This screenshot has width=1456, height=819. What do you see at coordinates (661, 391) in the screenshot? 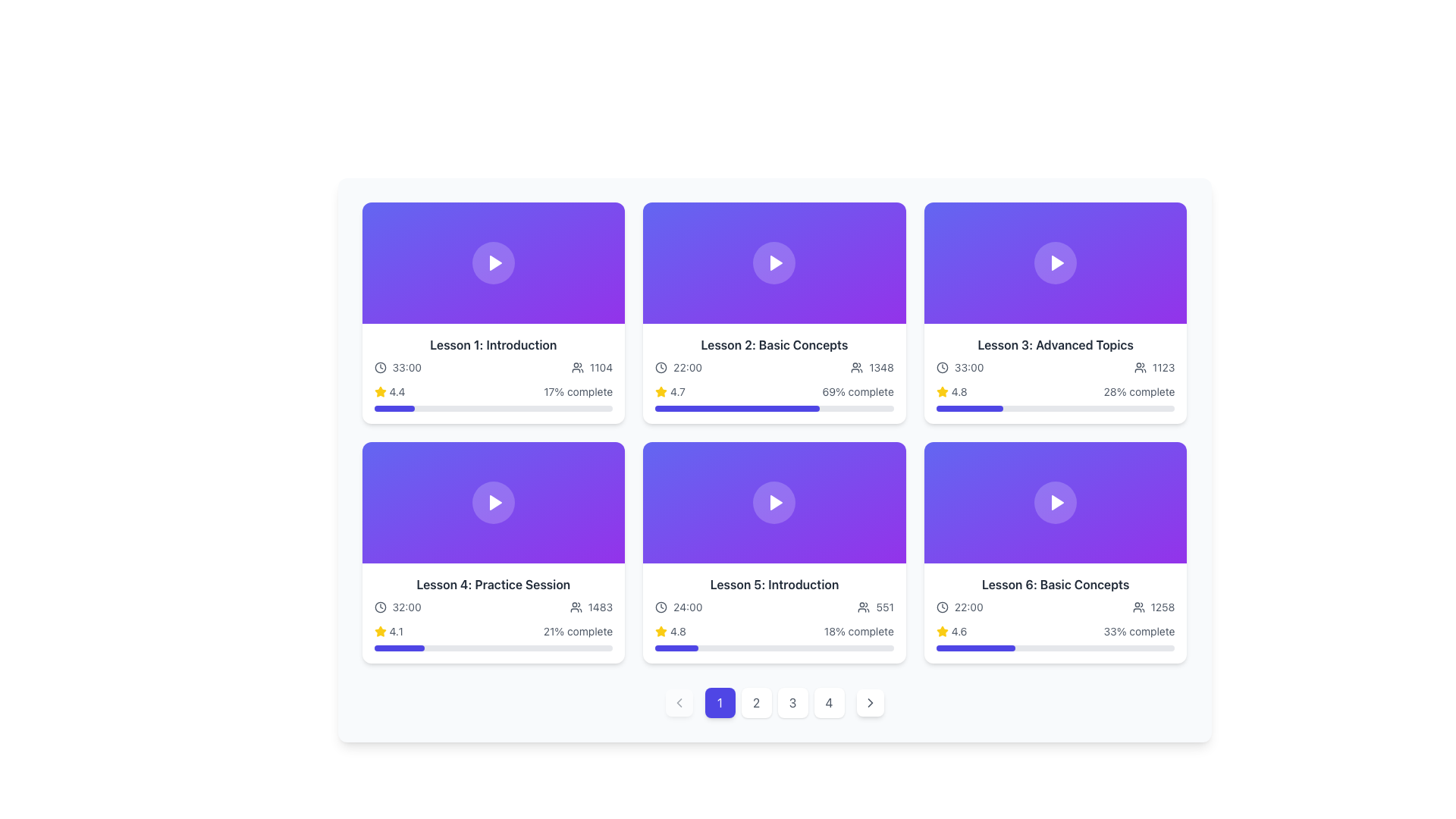
I see `the rating indicator icon located in the bottom left corner of the card for 'Lesson 2: Basic Concepts', which visually represents a rating of '4.7'` at bounding box center [661, 391].